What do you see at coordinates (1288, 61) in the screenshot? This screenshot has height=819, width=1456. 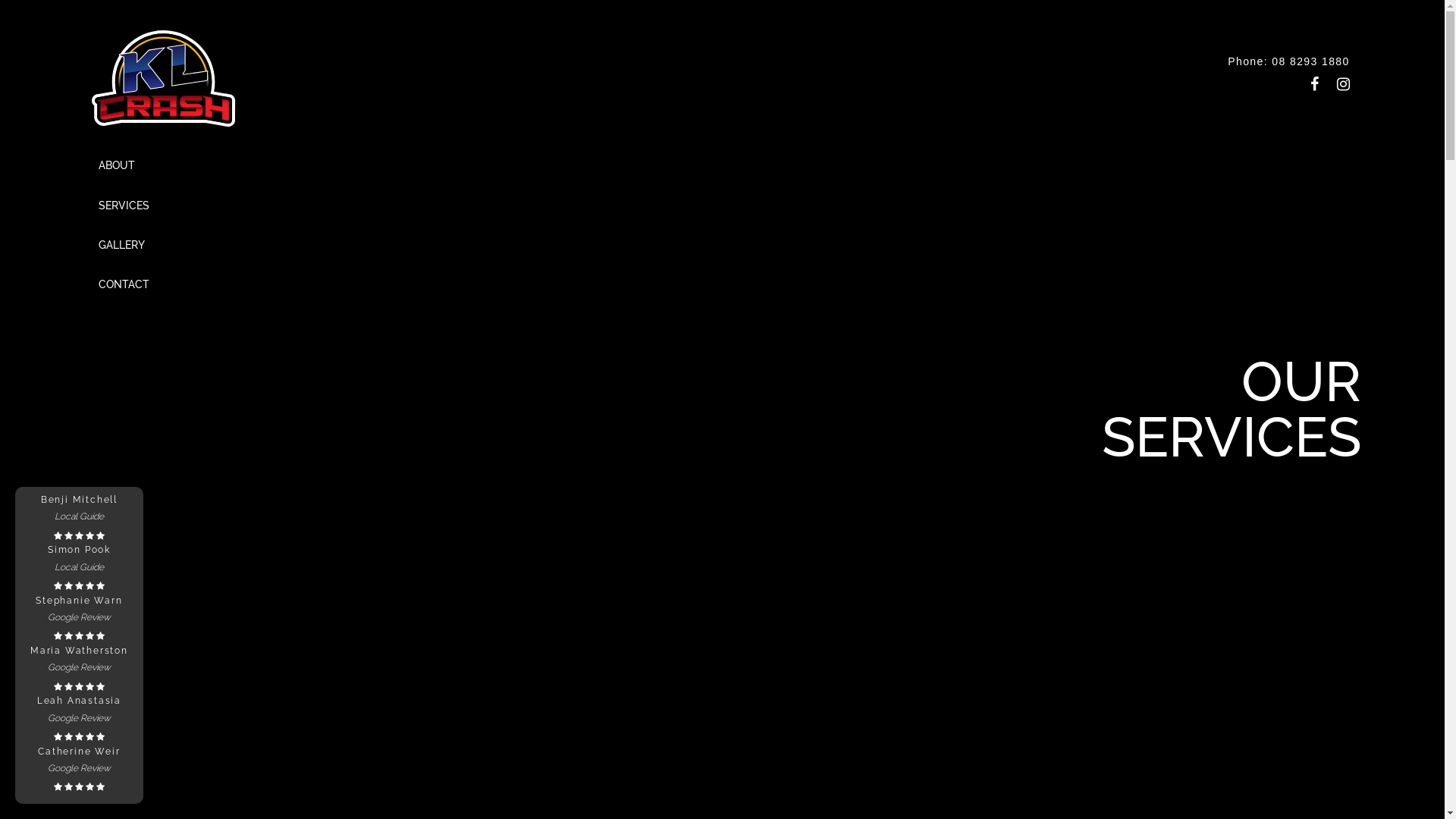 I see `'Phone: 08 8293 1880'` at bounding box center [1288, 61].